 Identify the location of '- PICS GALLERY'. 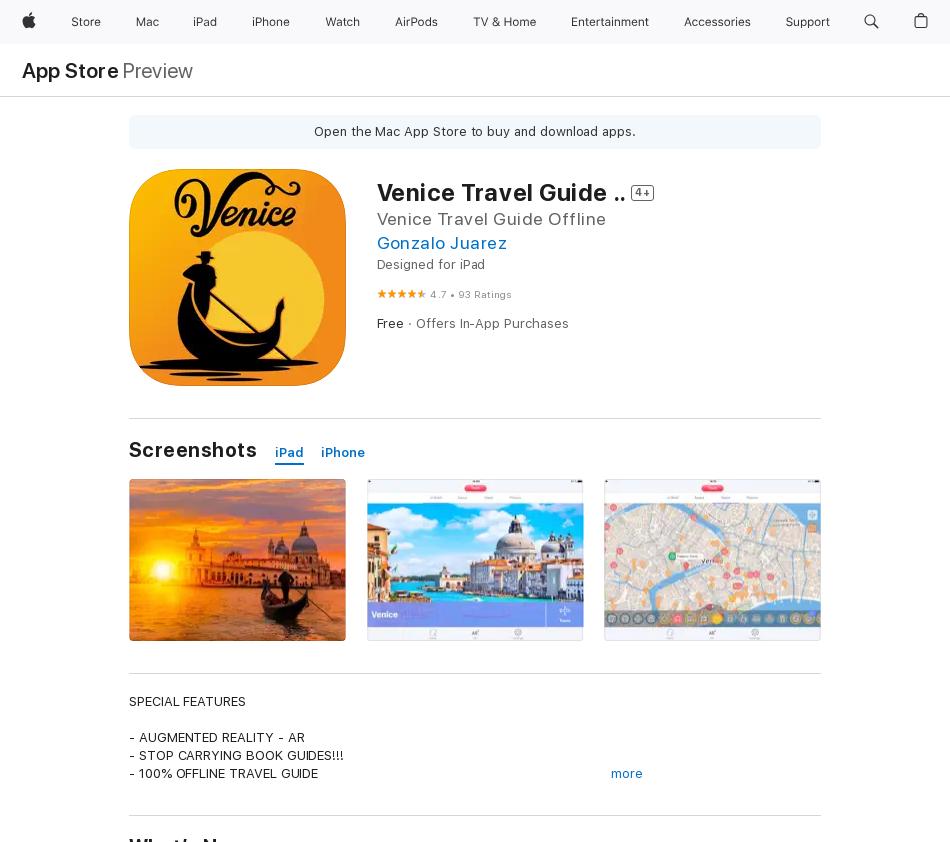
(178, 827).